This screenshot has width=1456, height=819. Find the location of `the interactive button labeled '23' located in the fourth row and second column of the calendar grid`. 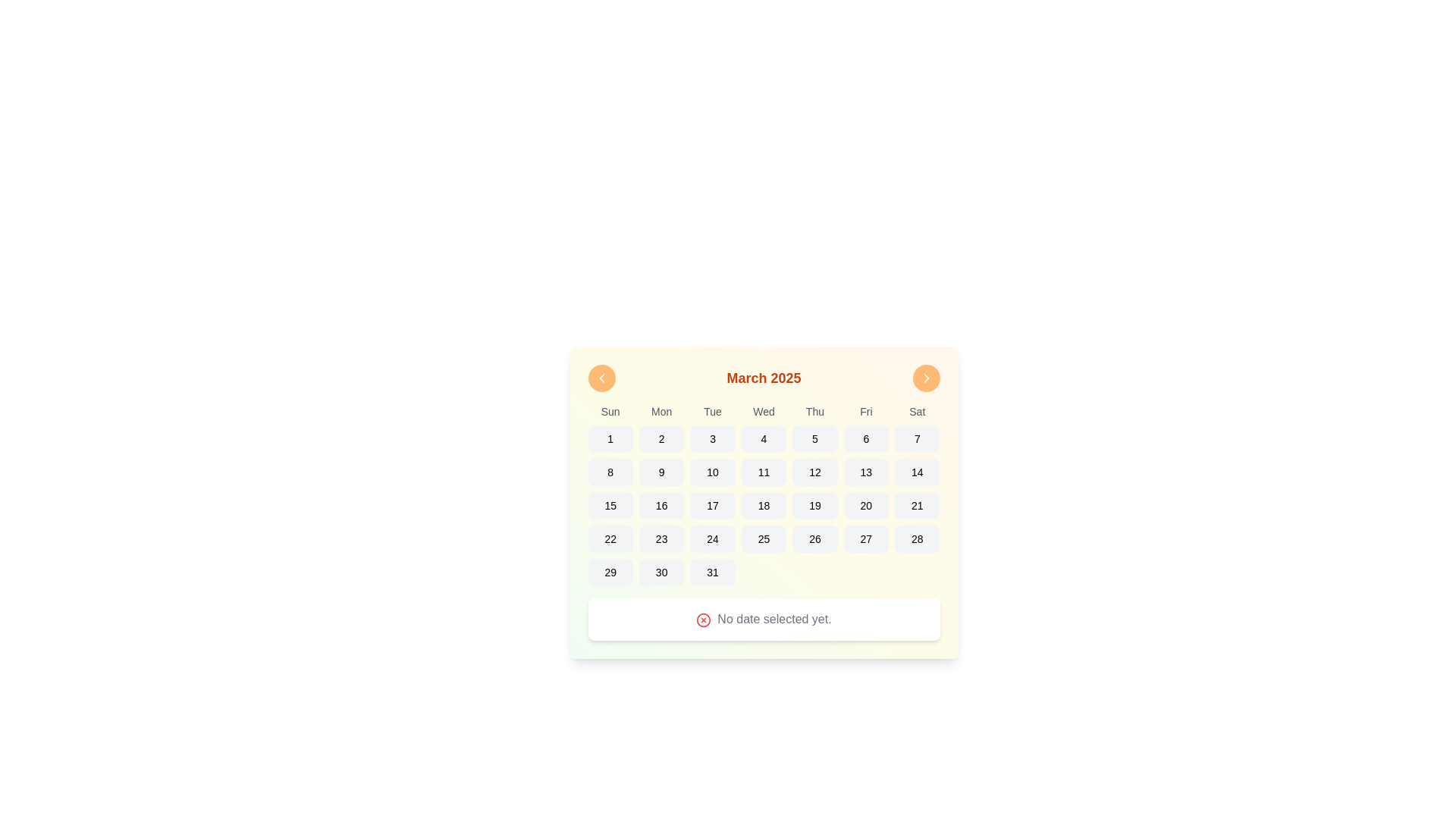

the interactive button labeled '23' located in the fourth row and second column of the calendar grid is located at coordinates (661, 538).